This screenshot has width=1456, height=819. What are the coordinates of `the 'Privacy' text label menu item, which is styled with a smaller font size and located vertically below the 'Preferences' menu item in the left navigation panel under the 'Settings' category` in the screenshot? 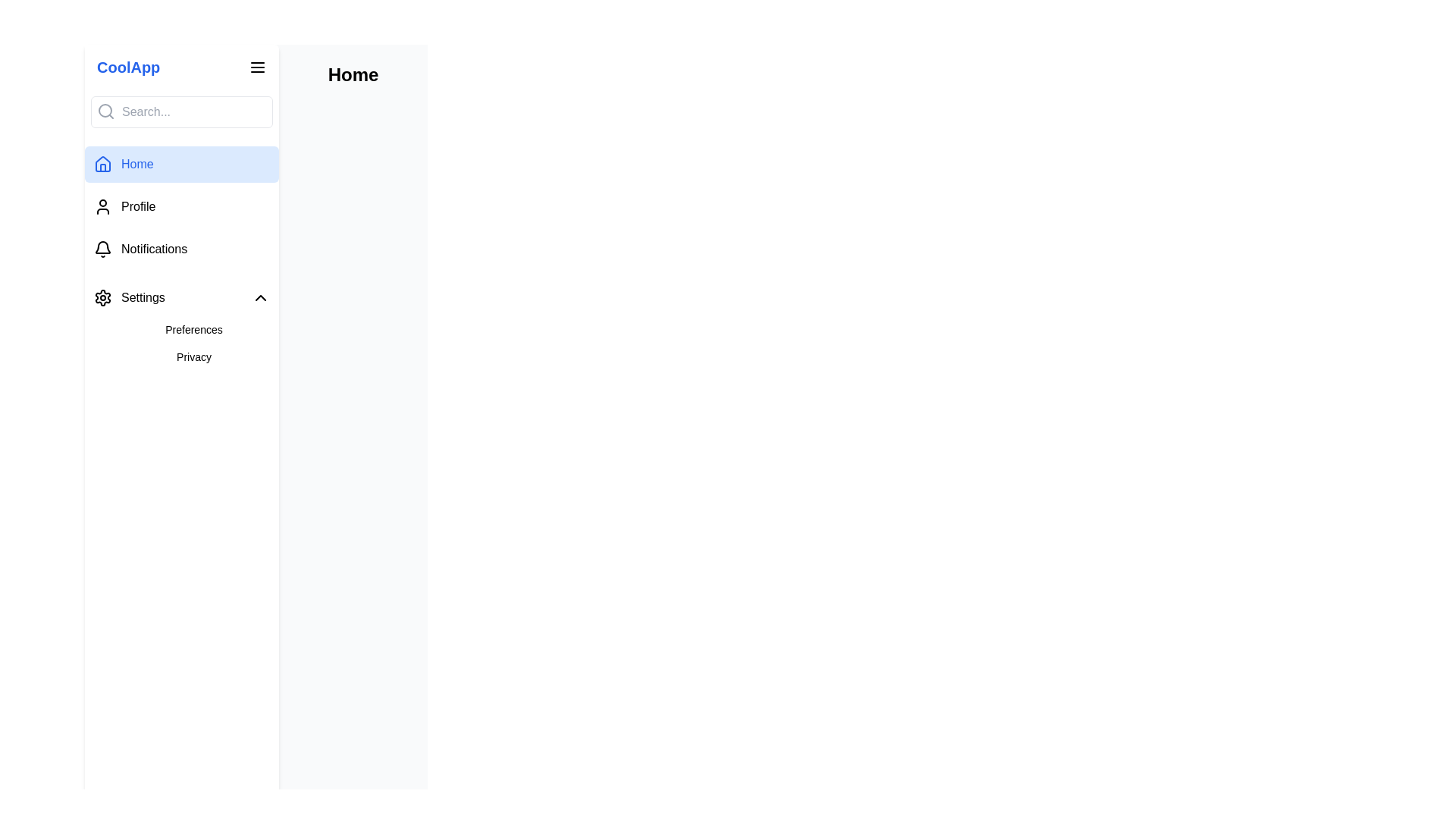 It's located at (193, 356).